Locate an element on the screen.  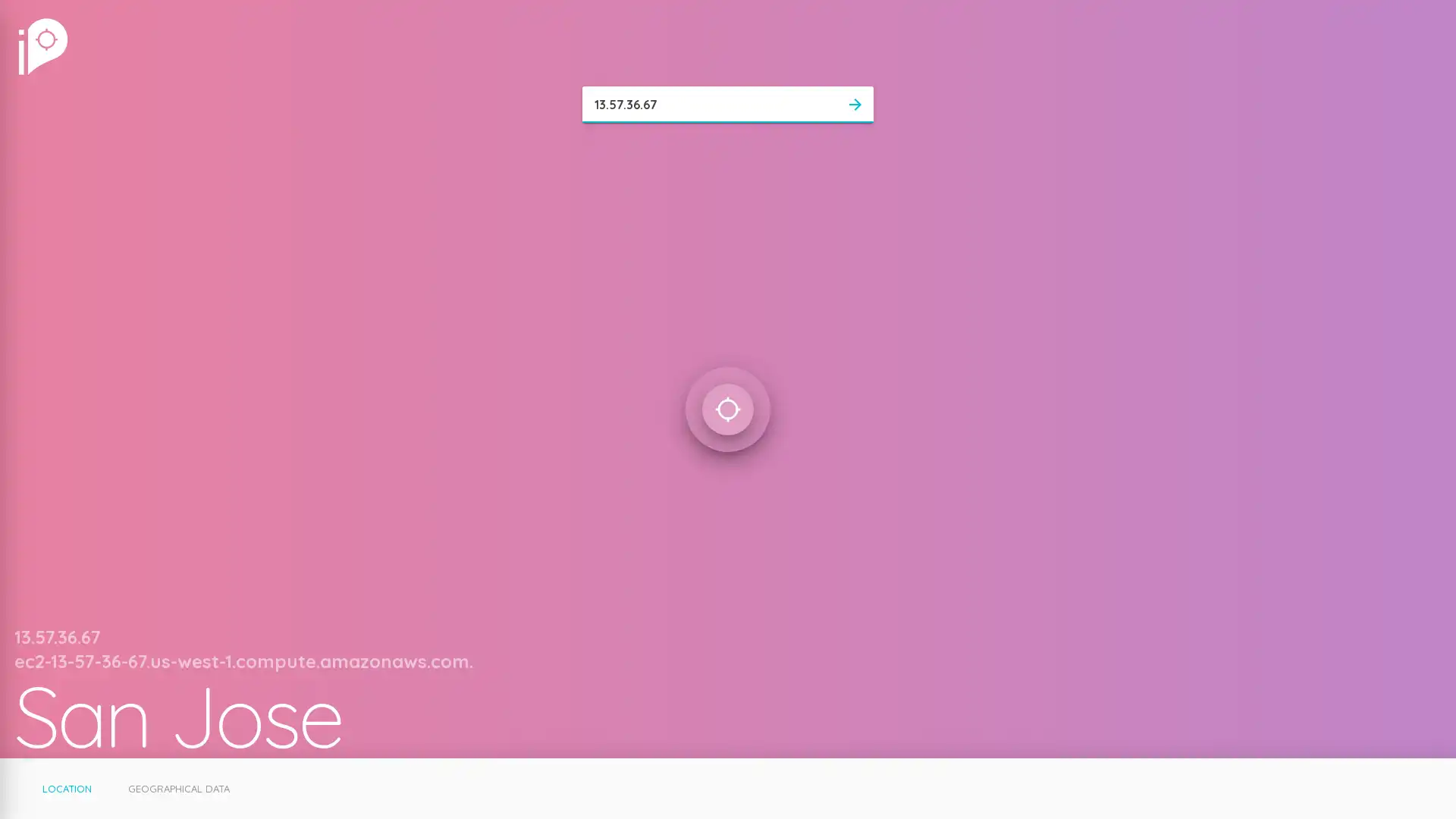
arrow_forward is located at coordinates (855, 104).